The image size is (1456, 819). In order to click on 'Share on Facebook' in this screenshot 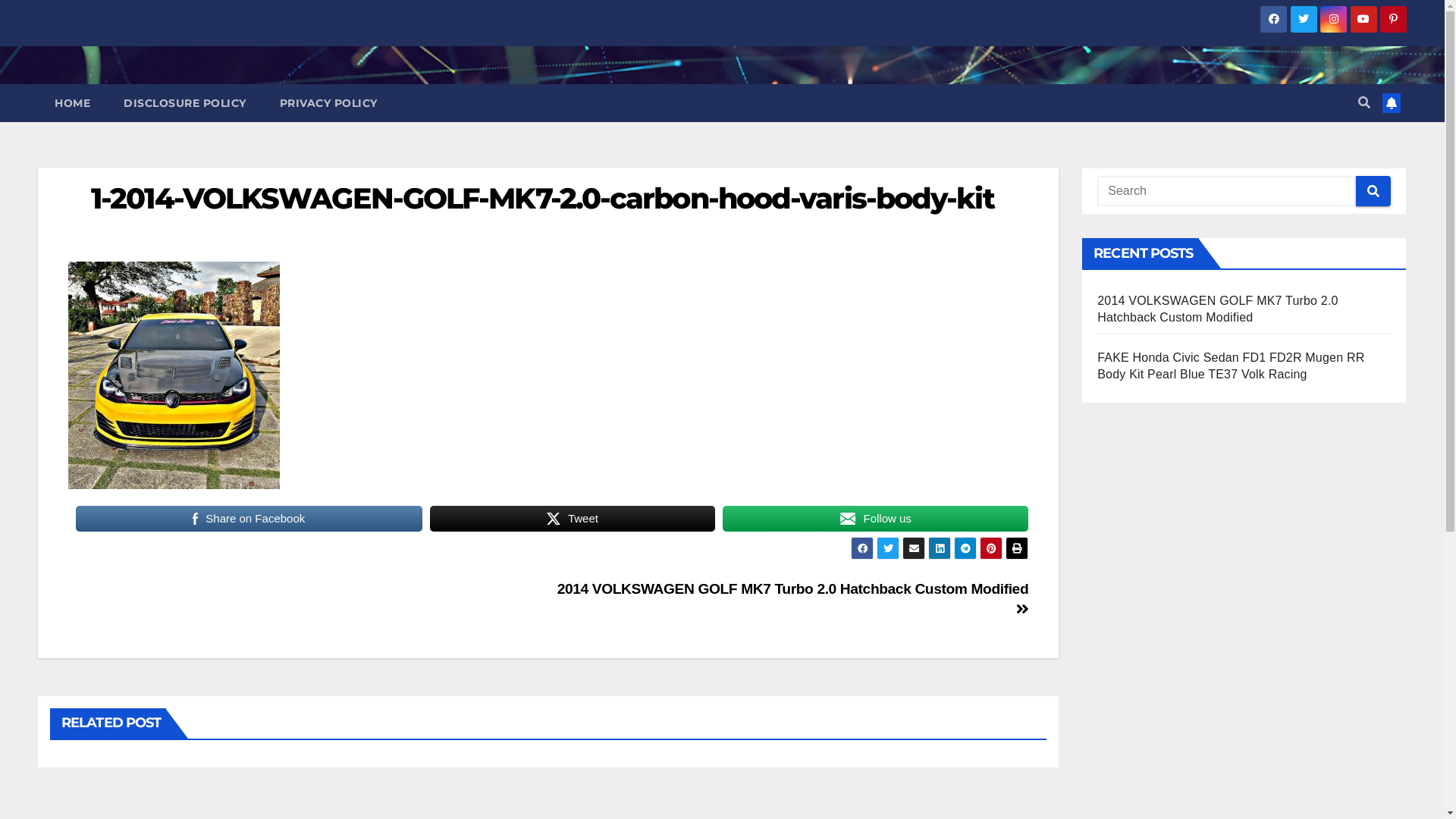, I will do `click(249, 517)`.